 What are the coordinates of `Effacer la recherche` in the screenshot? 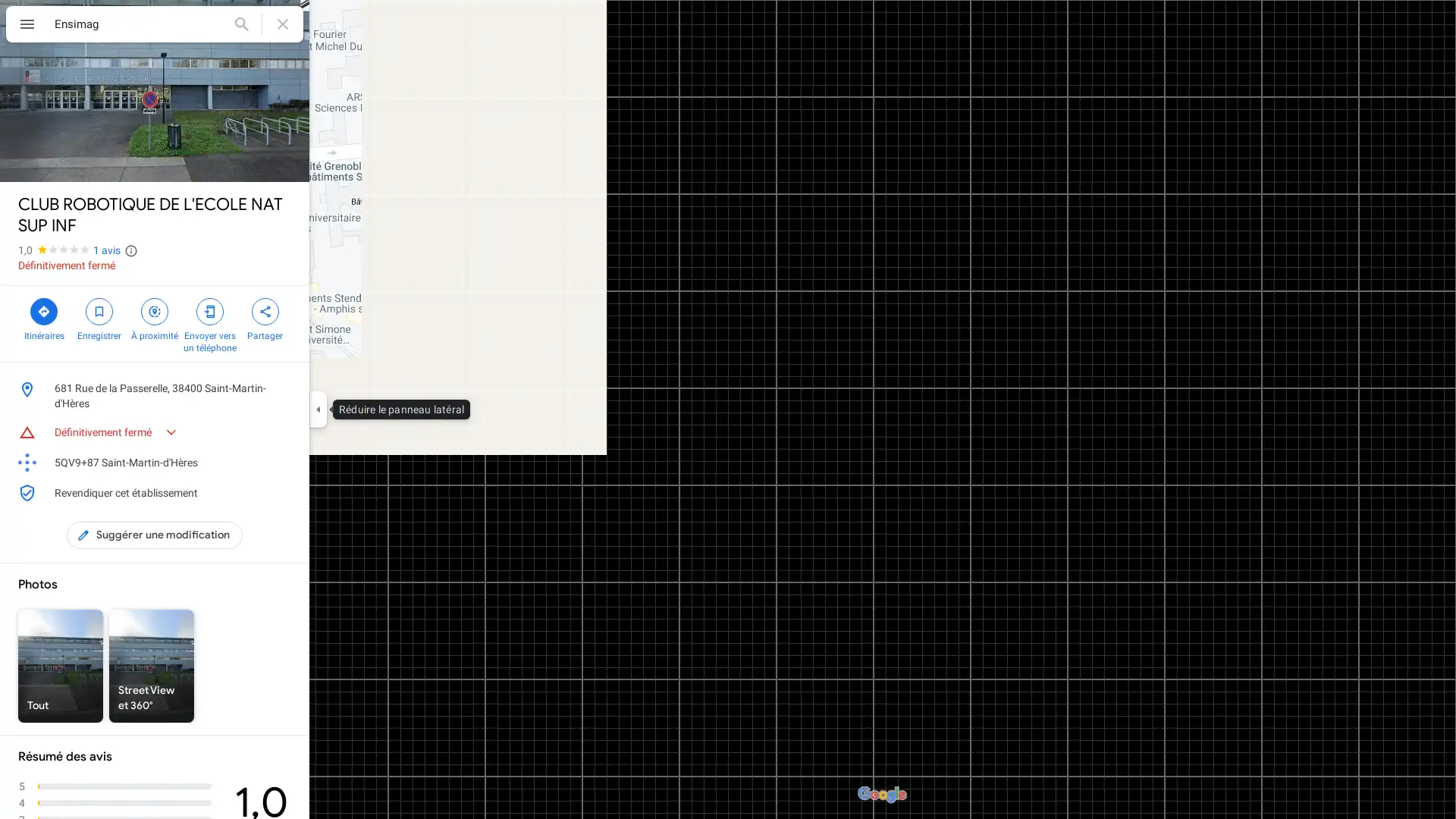 It's located at (283, 24).